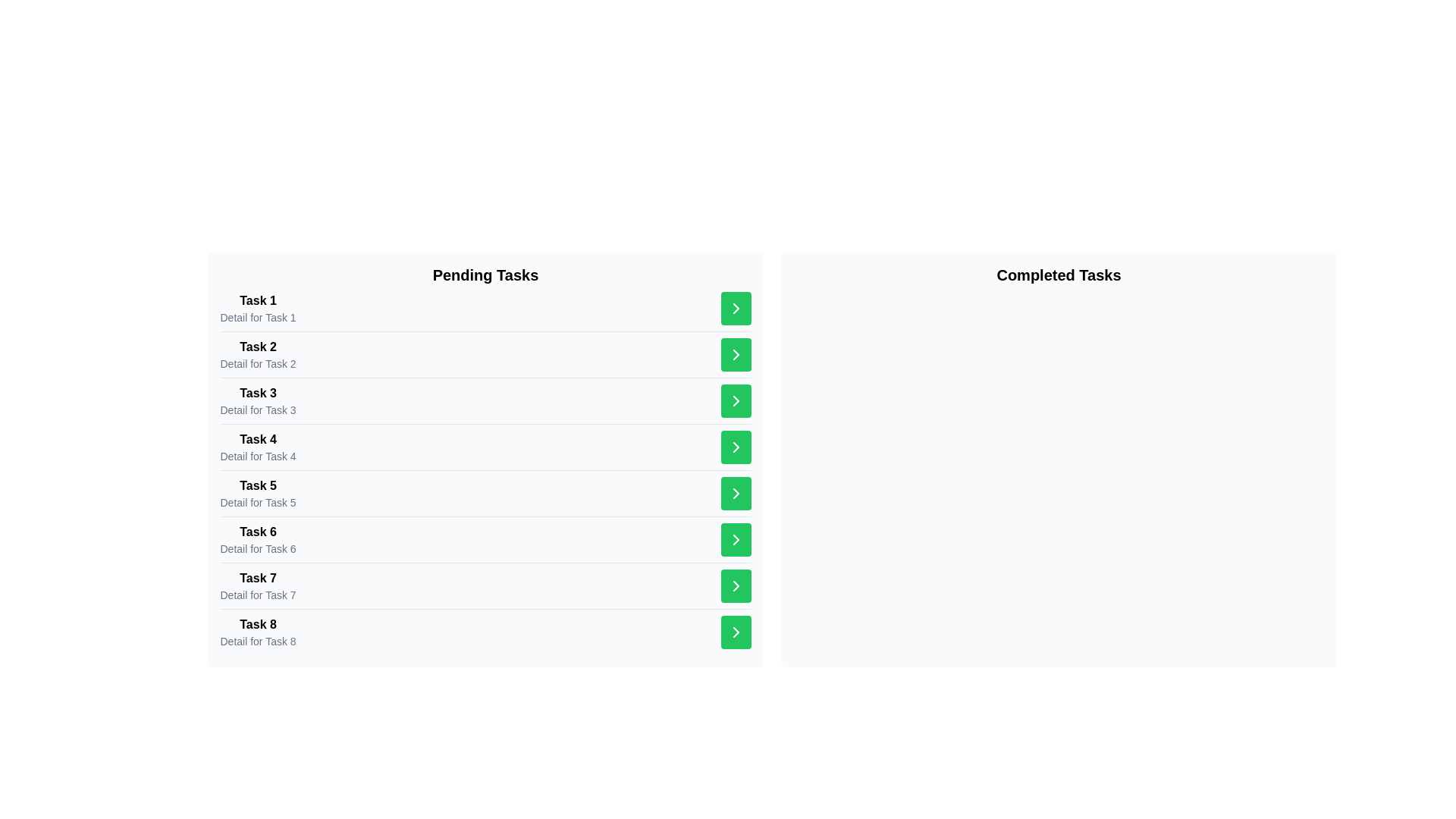  I want to click on the right-facing chevron icon inside the green button located in the row for 'Task 4' within the 'Pending Tasks' section to initiate a task-specific action, so click(736, 354).